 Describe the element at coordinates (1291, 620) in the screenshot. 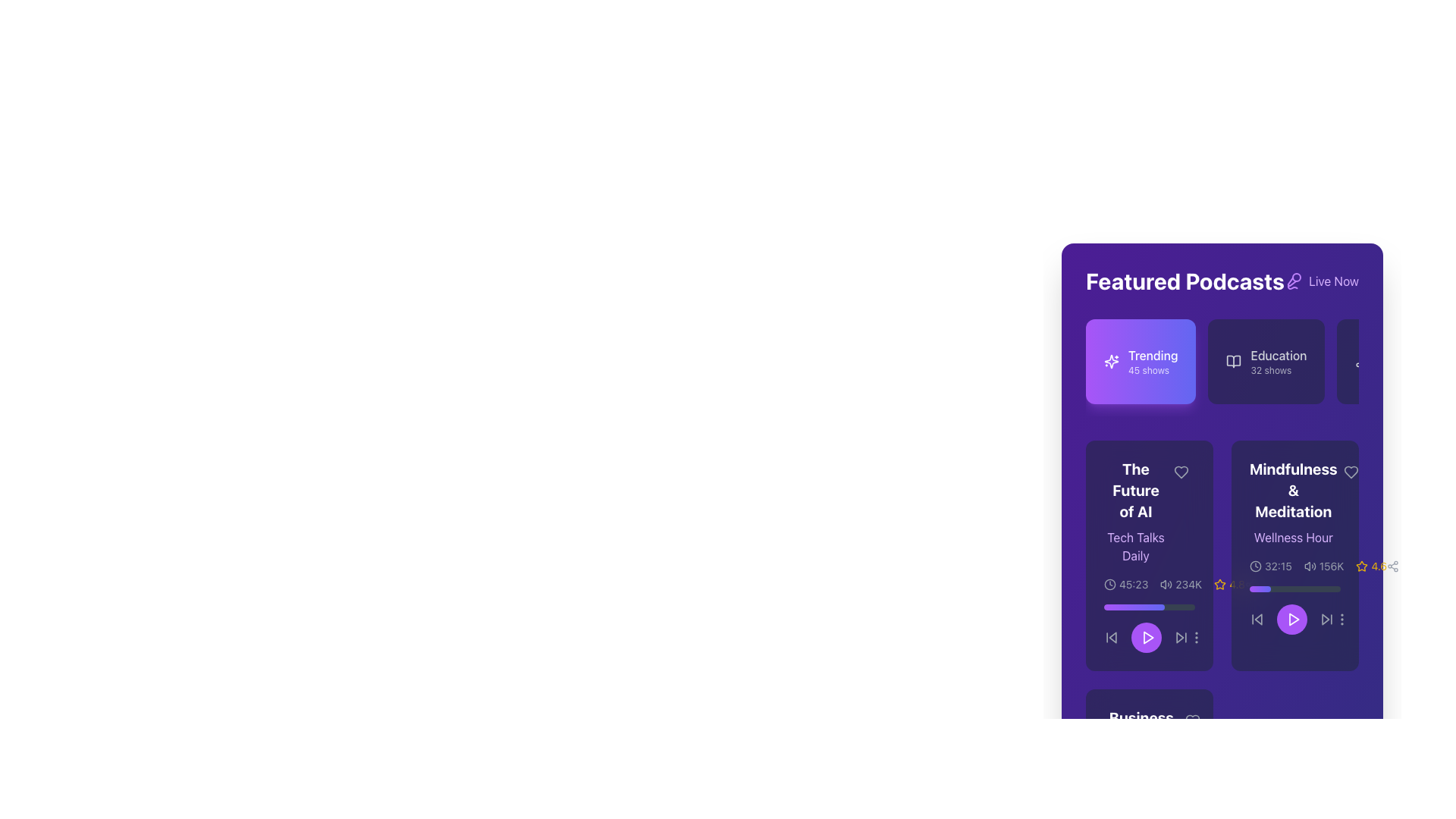

I see `the circular purple button with a white triangular play icon to play the media in the 'Mindfulness & Meditation' podcast card` at that location.